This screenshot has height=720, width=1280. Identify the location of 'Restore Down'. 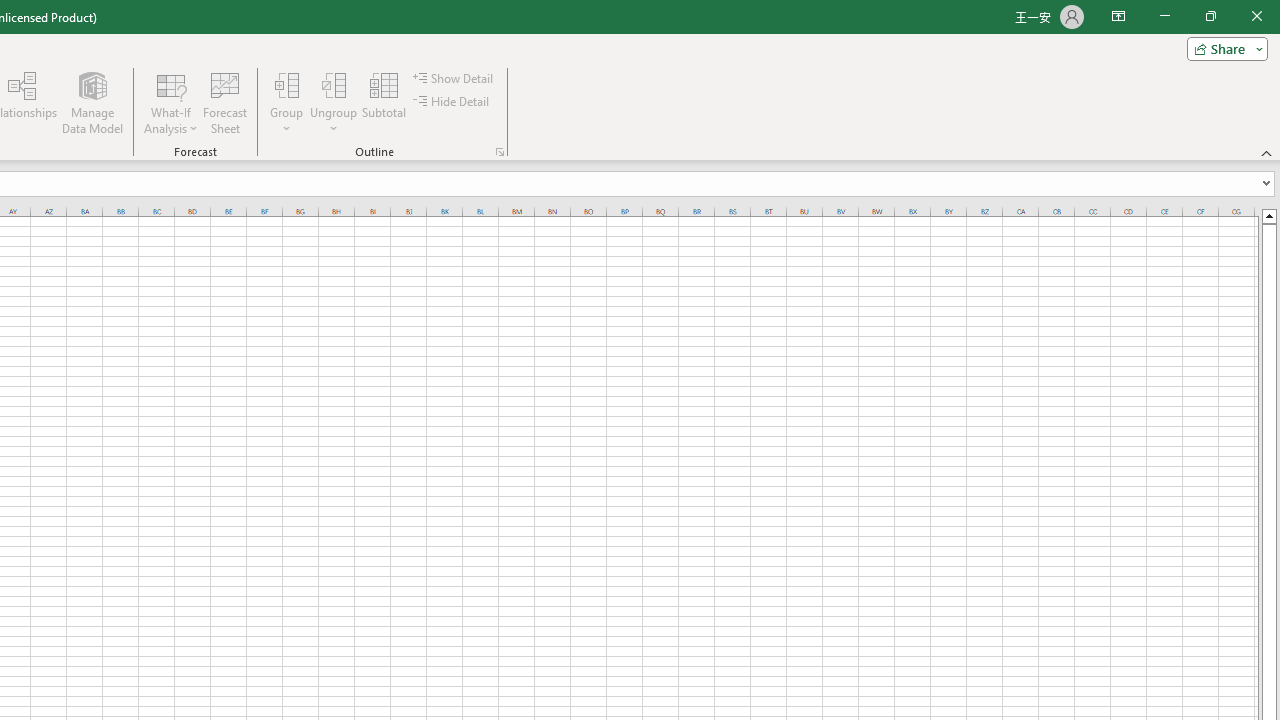
(1209, 16).